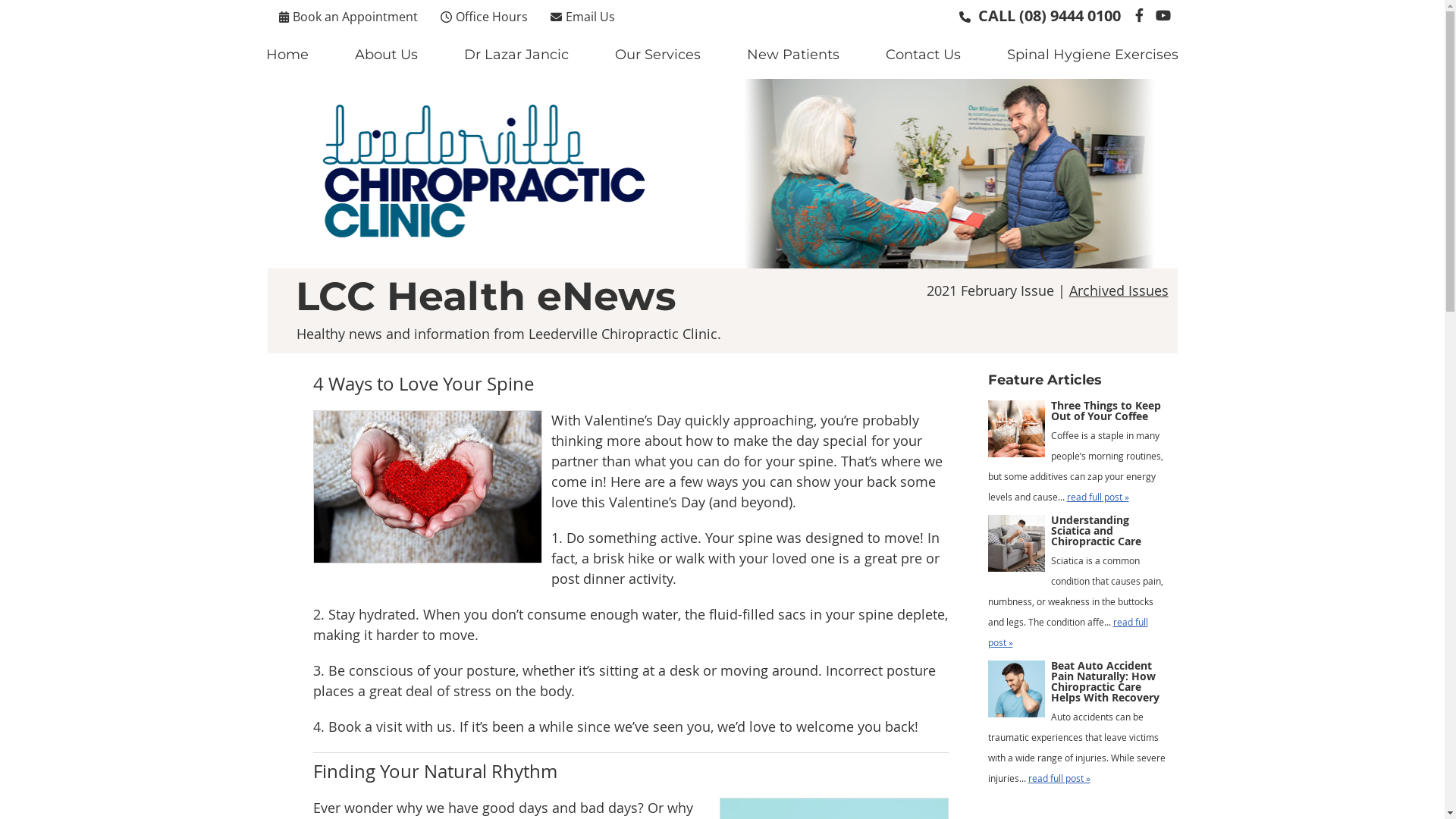  Describe the element at coordinates (431, 15) in the screenshot. I see `'Office Hours'` at that location.